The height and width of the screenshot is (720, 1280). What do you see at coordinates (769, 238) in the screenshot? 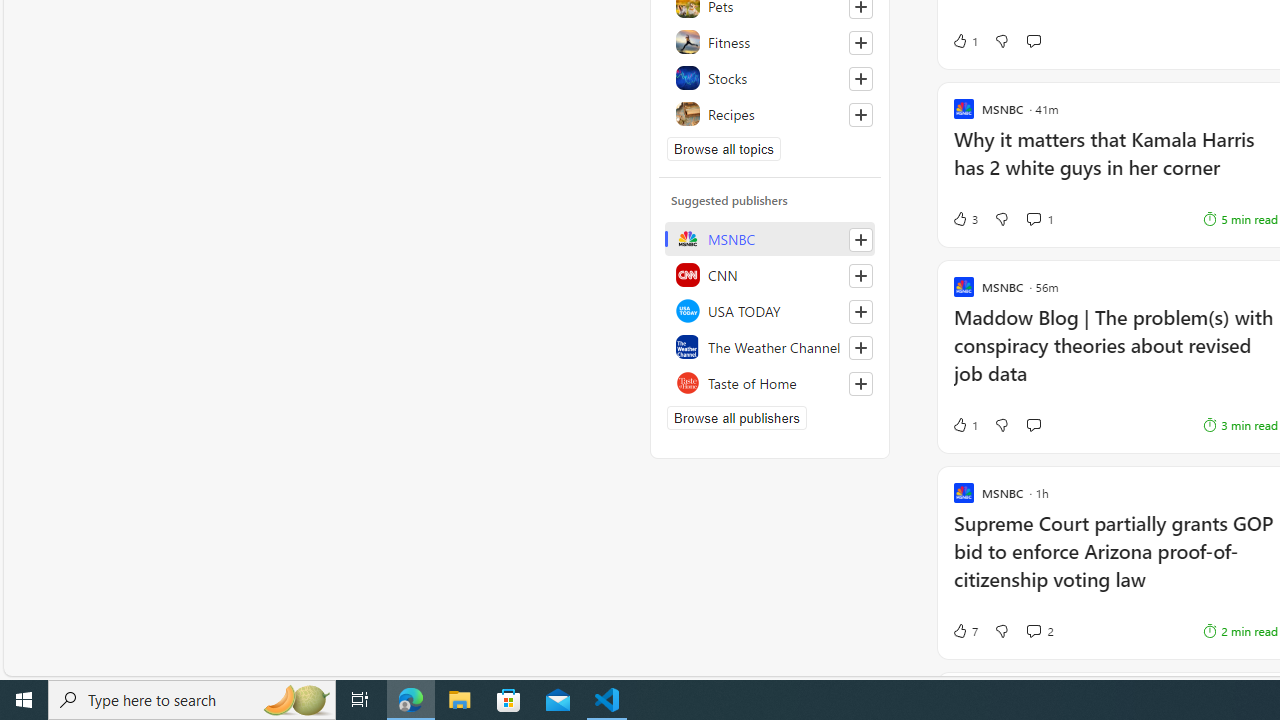
I see `'MSNBC'` at bounding box center [769, 238].